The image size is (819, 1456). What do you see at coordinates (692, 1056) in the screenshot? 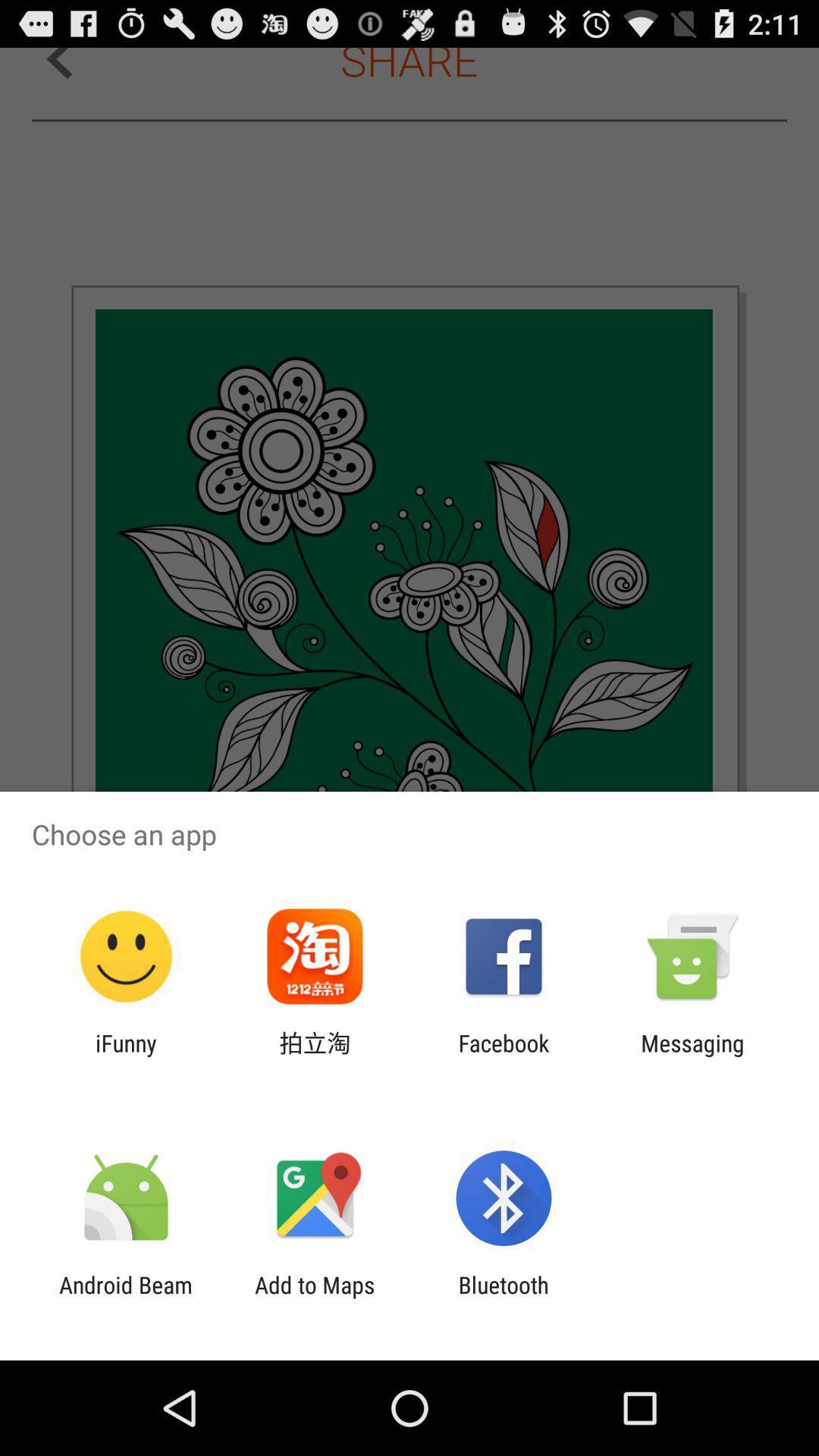
I see `the messaging app` at bounding box center [692, 1056].